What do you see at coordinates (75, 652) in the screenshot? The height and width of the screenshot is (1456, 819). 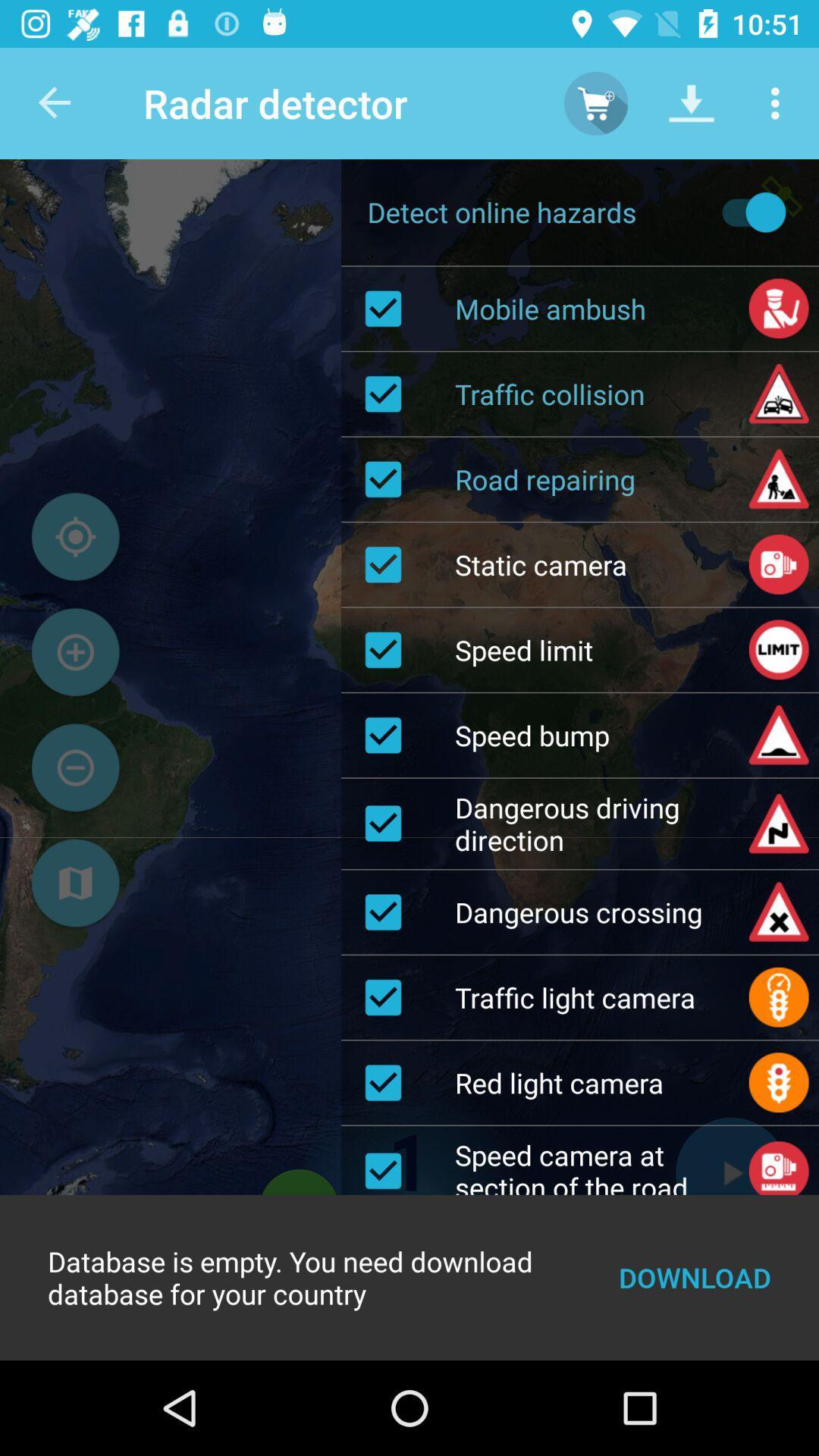 I see `the add icon` at bounding box center [75, 652].